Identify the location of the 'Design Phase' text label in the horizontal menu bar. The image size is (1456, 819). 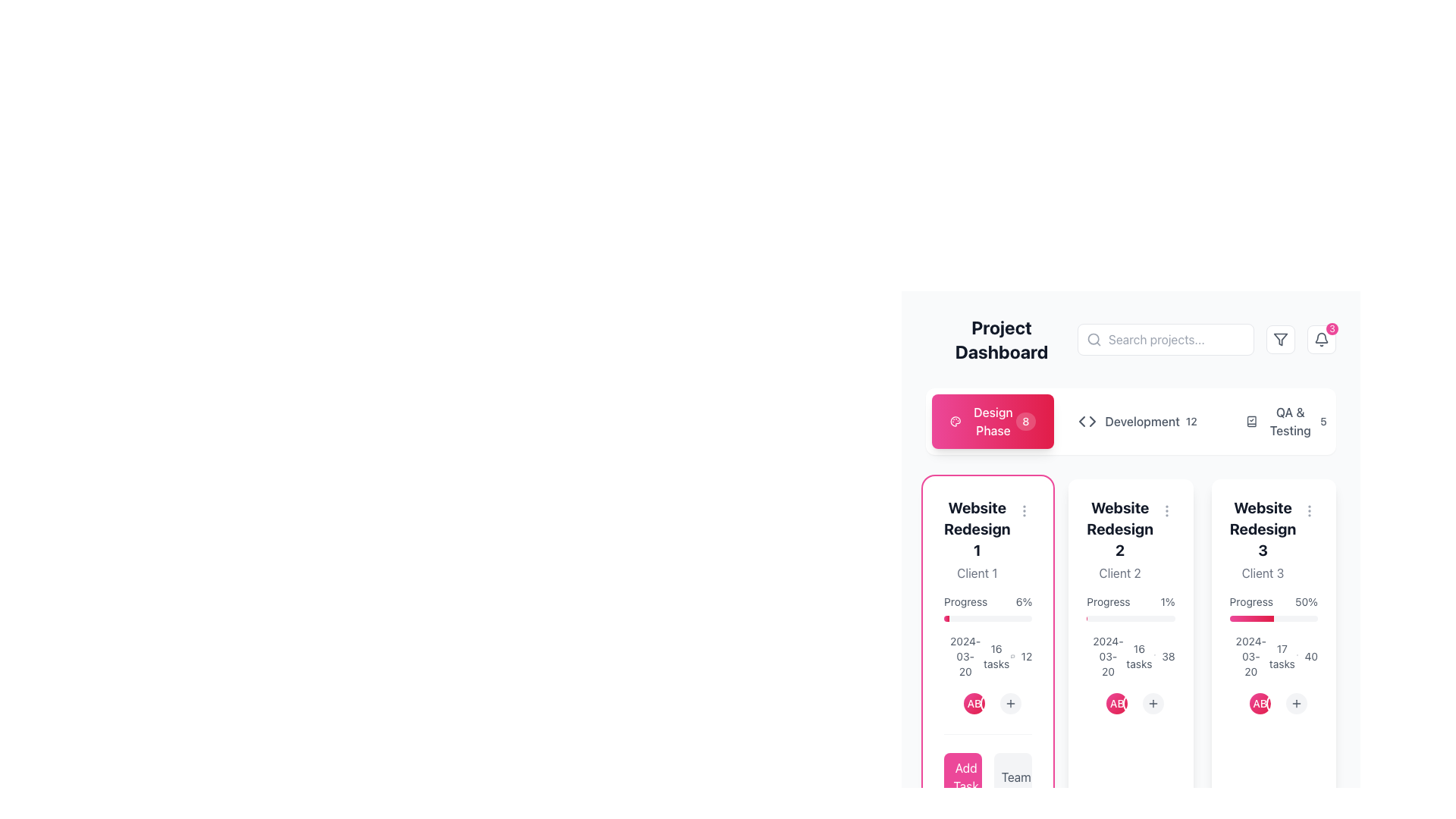
(993, 421).